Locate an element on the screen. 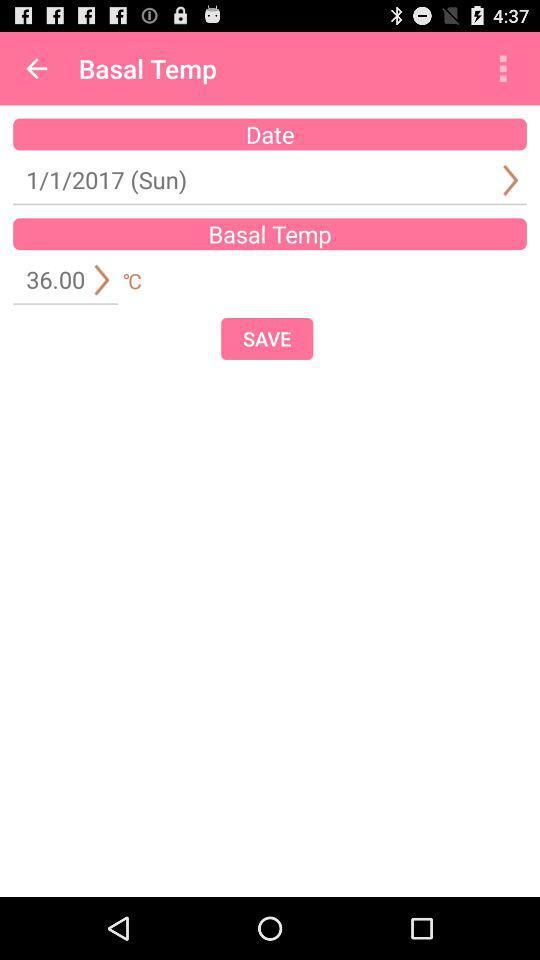 The width and height of the screenshot is (540, 960). save item is located at coordinates (267, 338).